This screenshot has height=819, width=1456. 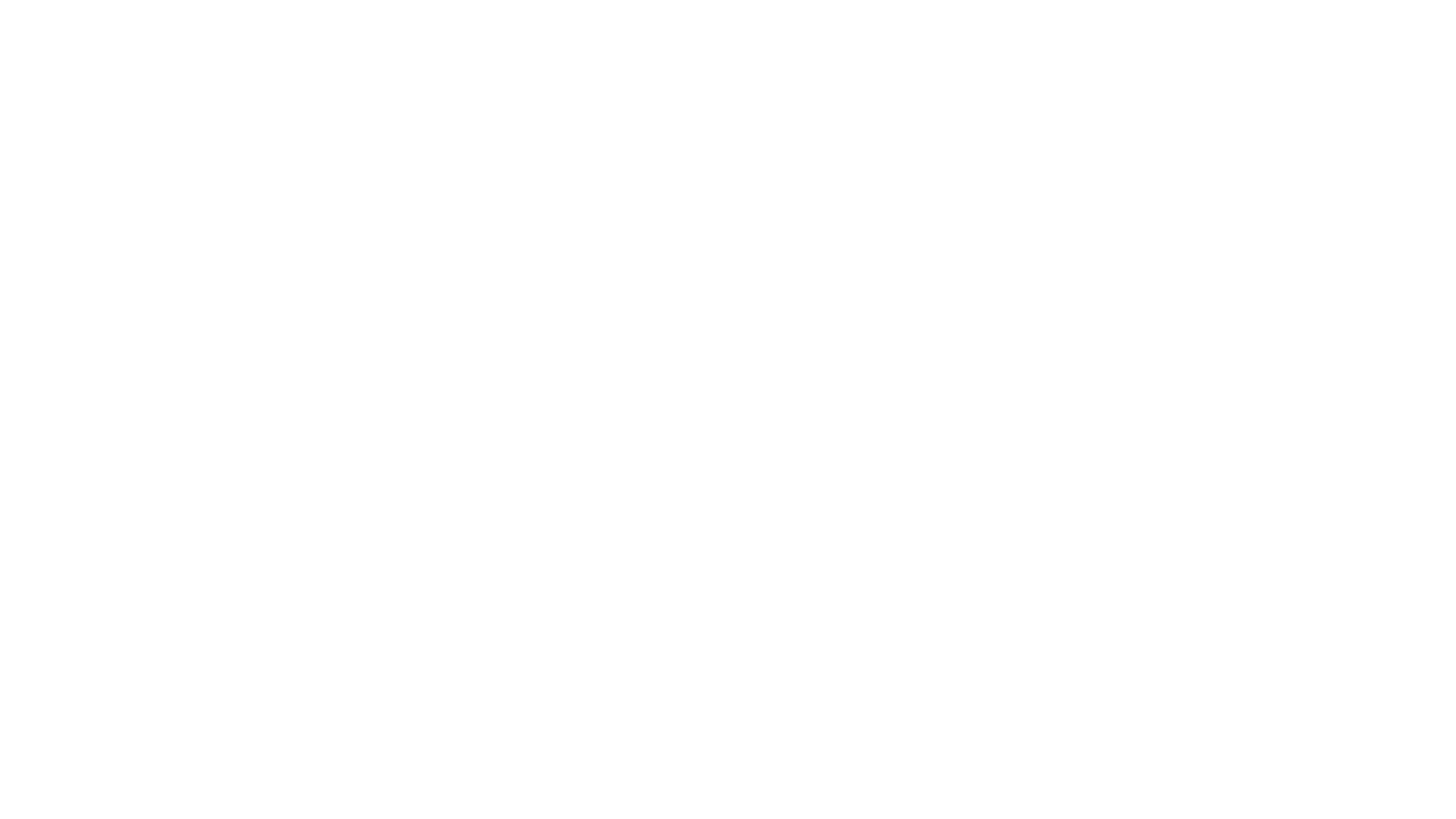 What do you see at coordinates (1251, 185) in the screenshot?
I see `Thi Hieu Nguyen` at bounding box center [1251, 185].